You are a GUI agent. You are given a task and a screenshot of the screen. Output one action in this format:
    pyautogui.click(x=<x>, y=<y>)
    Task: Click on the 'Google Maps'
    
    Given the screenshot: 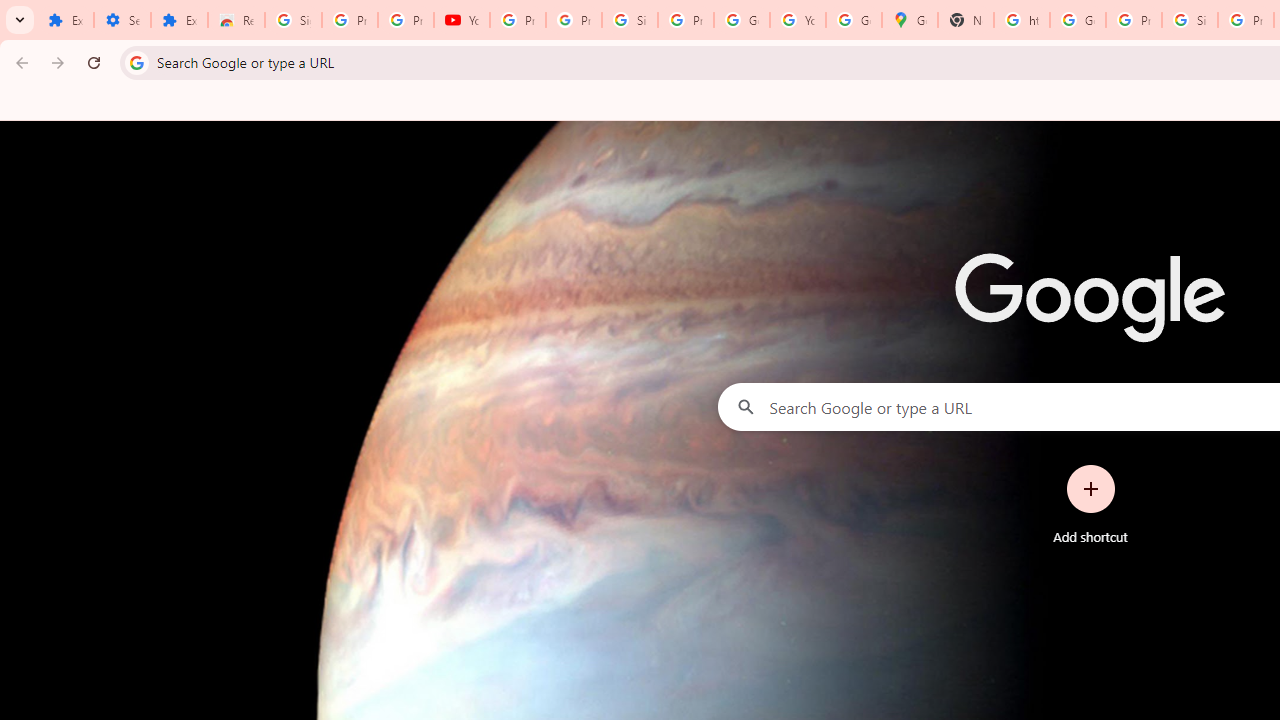 What is the action you would take?
    pyautogui.click(x=909, y=20)
    